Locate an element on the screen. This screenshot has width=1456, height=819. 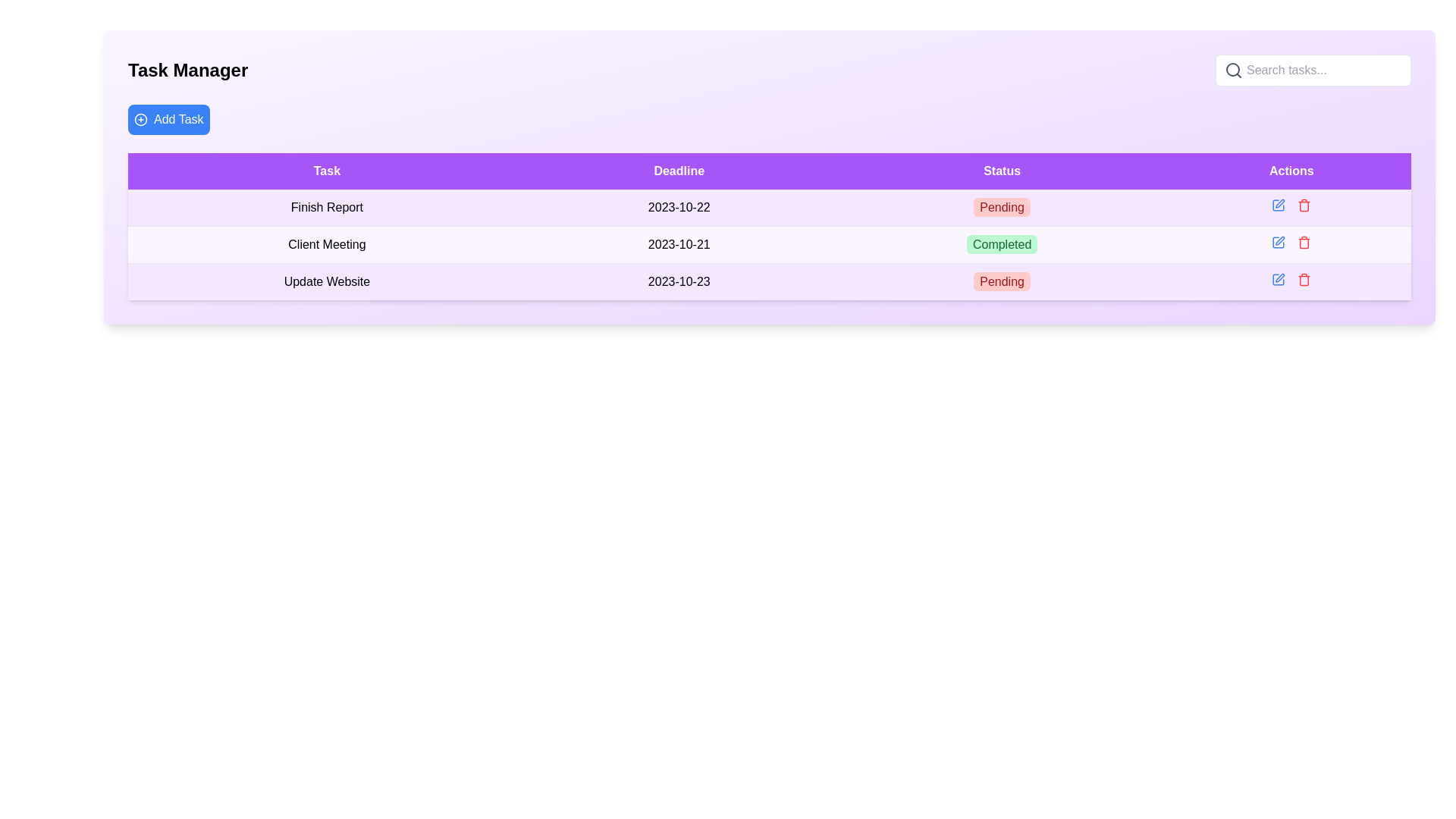
the status label indicating 'Pending' for the task 'Update Website' located in the 'Status' column of the third row in the table is located at coordinates (1002, 281).